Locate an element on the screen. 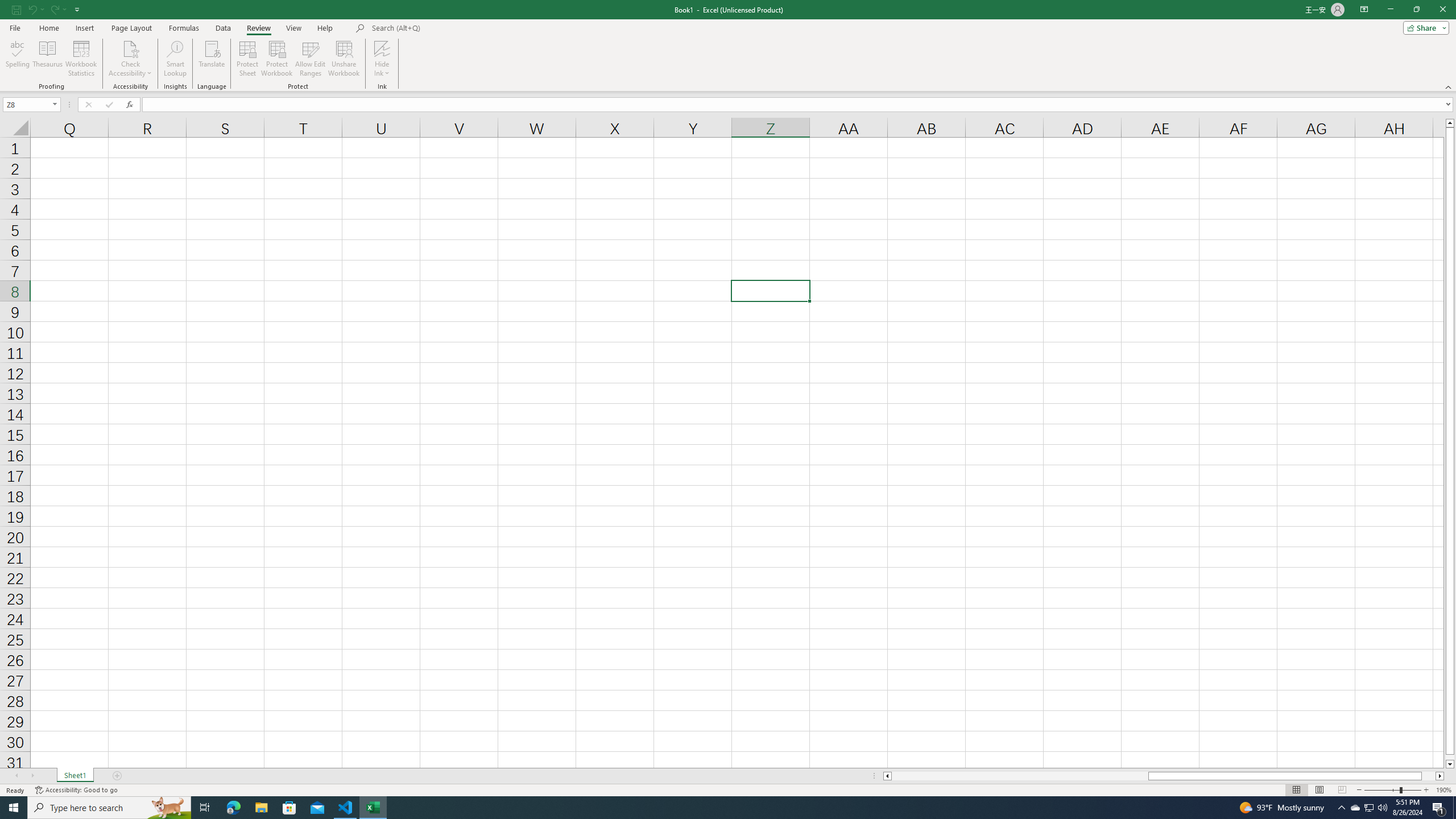  'Protect Workbook...' is located at coordinates (276, 59).